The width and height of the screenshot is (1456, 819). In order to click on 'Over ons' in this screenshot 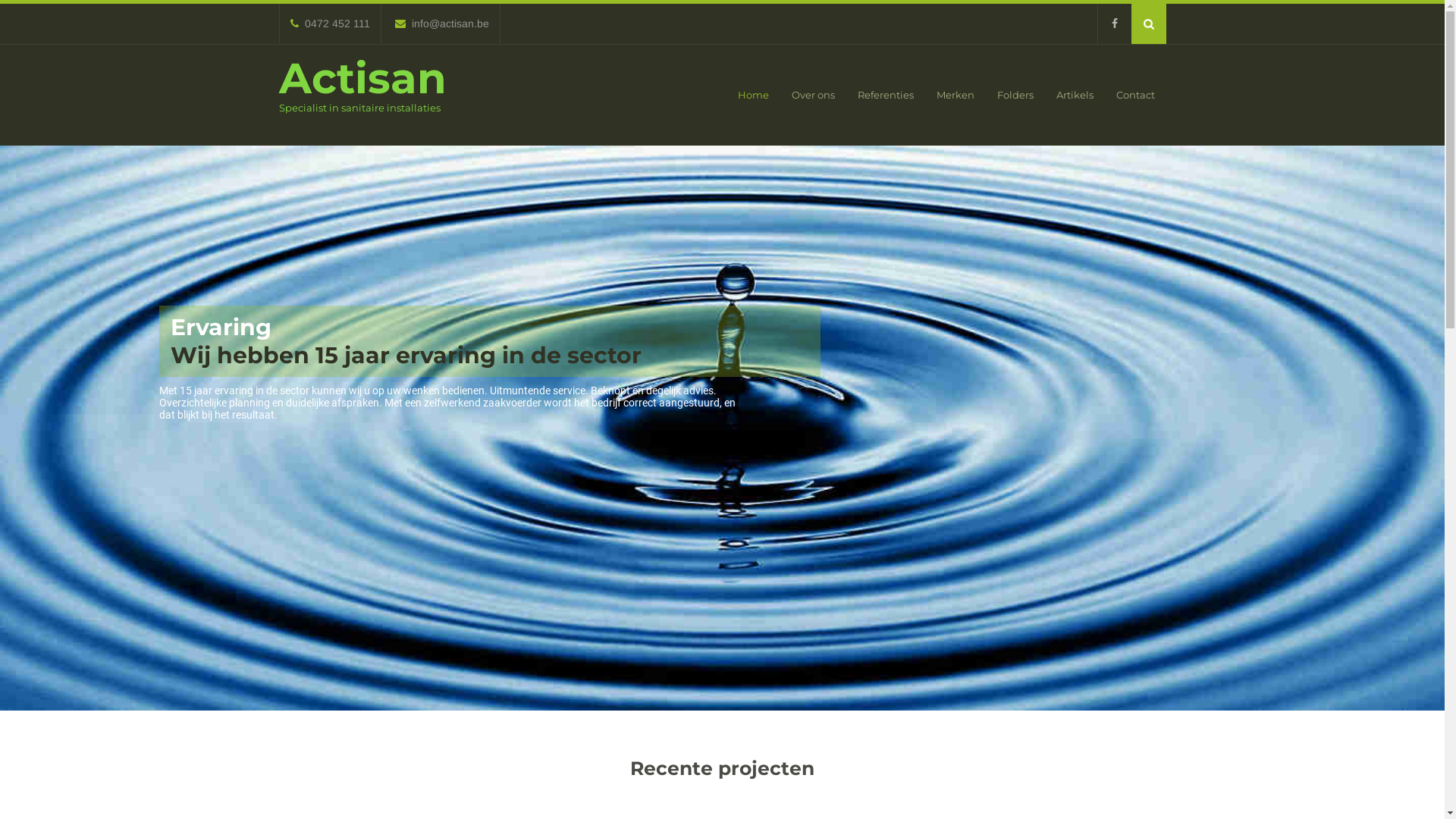, I will do `click(779, 95)`.